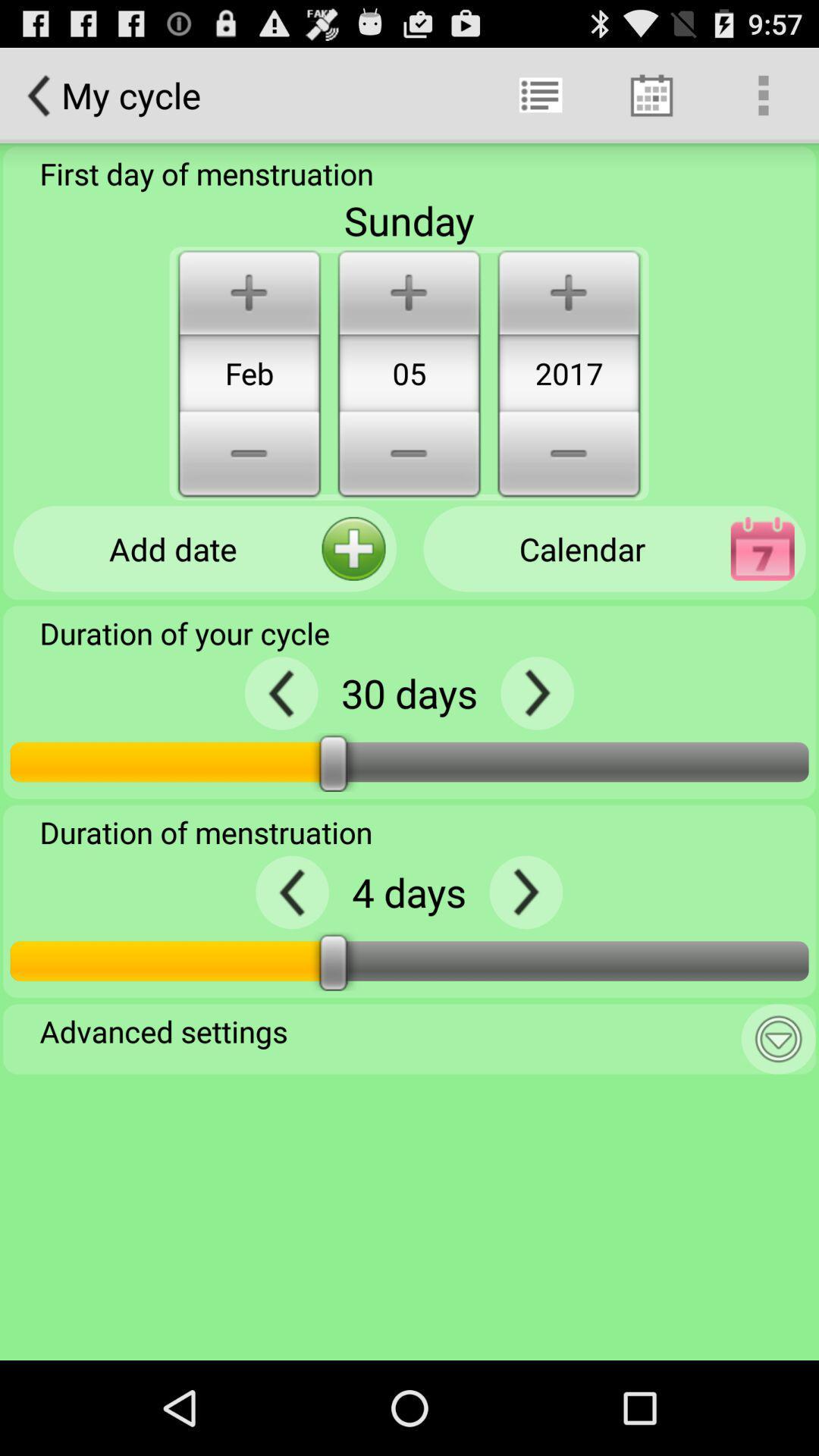 The height and width of the screenshot is (1456, 819). Describe the element at coordinates (281, 692) in the screenshot. I see `backward arrow icon left to 30 days` at that location.